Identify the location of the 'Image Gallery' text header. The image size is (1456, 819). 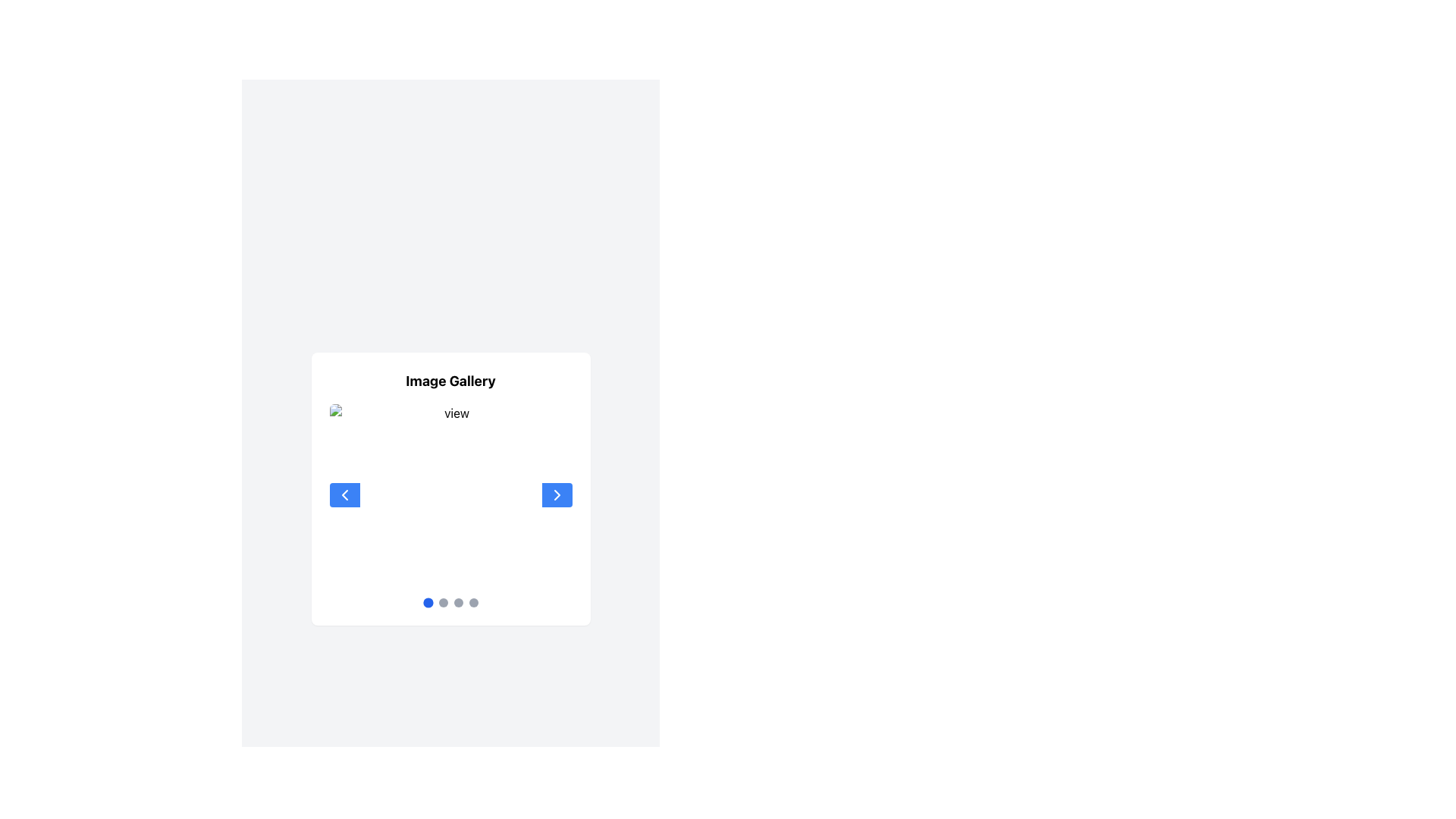
(450, 380).